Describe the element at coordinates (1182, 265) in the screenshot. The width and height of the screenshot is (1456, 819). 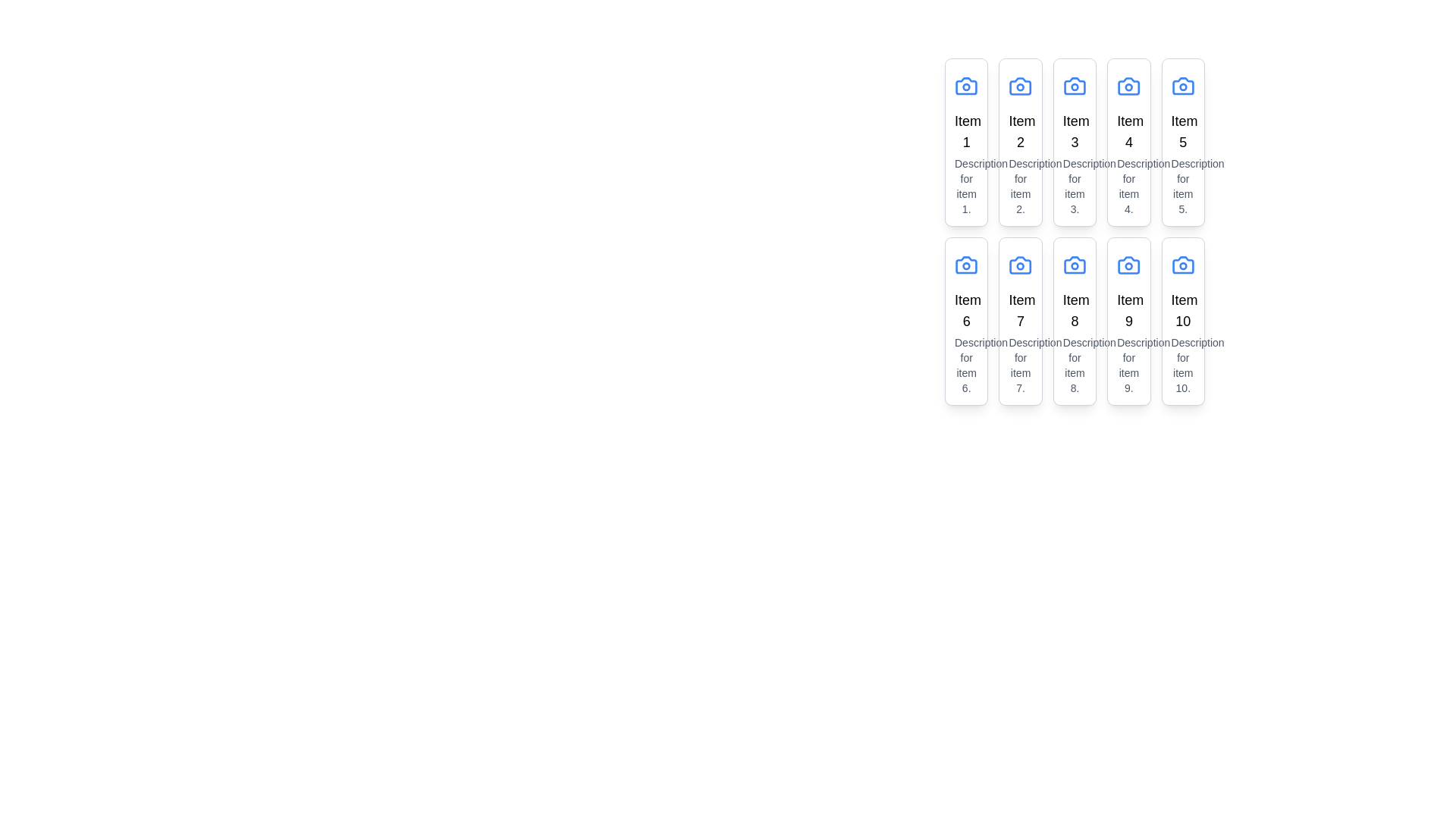
I see `the decorative vector graphic icon representing photography or camera-related content located in the second row and fifth column of the grid layout` at that location.